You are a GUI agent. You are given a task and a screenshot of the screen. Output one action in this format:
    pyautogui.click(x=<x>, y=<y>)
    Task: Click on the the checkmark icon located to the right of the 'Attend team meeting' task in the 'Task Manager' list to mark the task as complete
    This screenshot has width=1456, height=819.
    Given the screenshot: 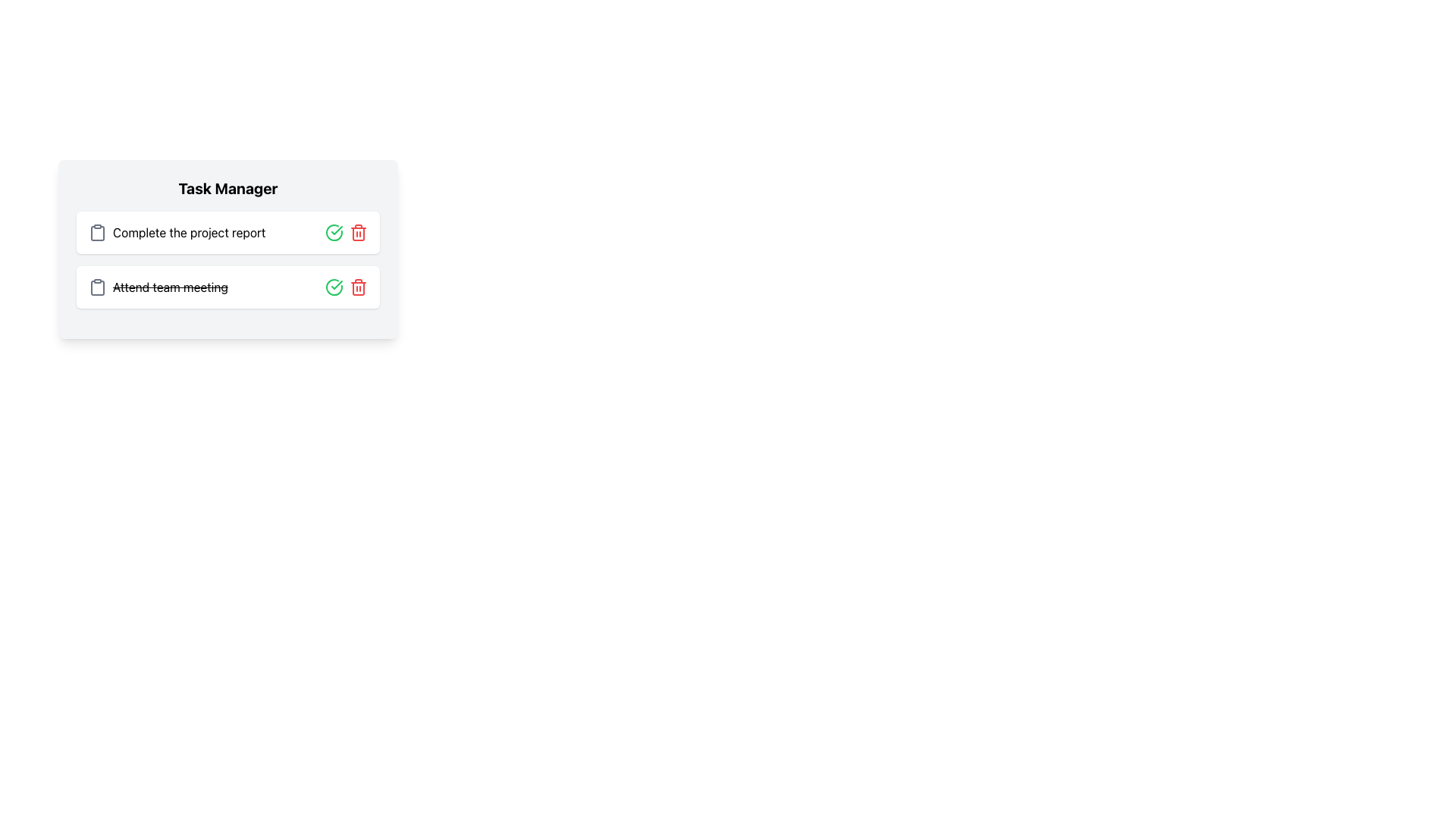 What is the action you would take?
    pyautogui.click(x=336, y=231)
    